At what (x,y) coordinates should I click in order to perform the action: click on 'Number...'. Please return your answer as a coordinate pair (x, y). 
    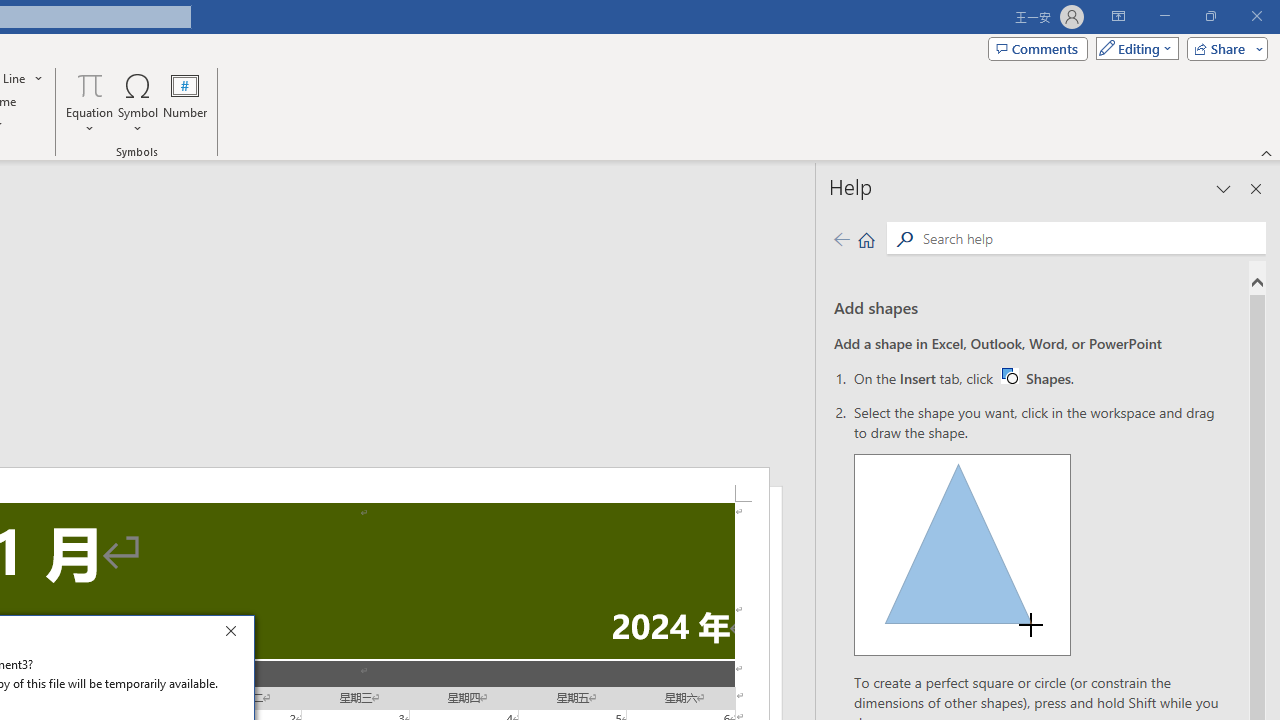
    Looking at the image, I should click on (185, 103).